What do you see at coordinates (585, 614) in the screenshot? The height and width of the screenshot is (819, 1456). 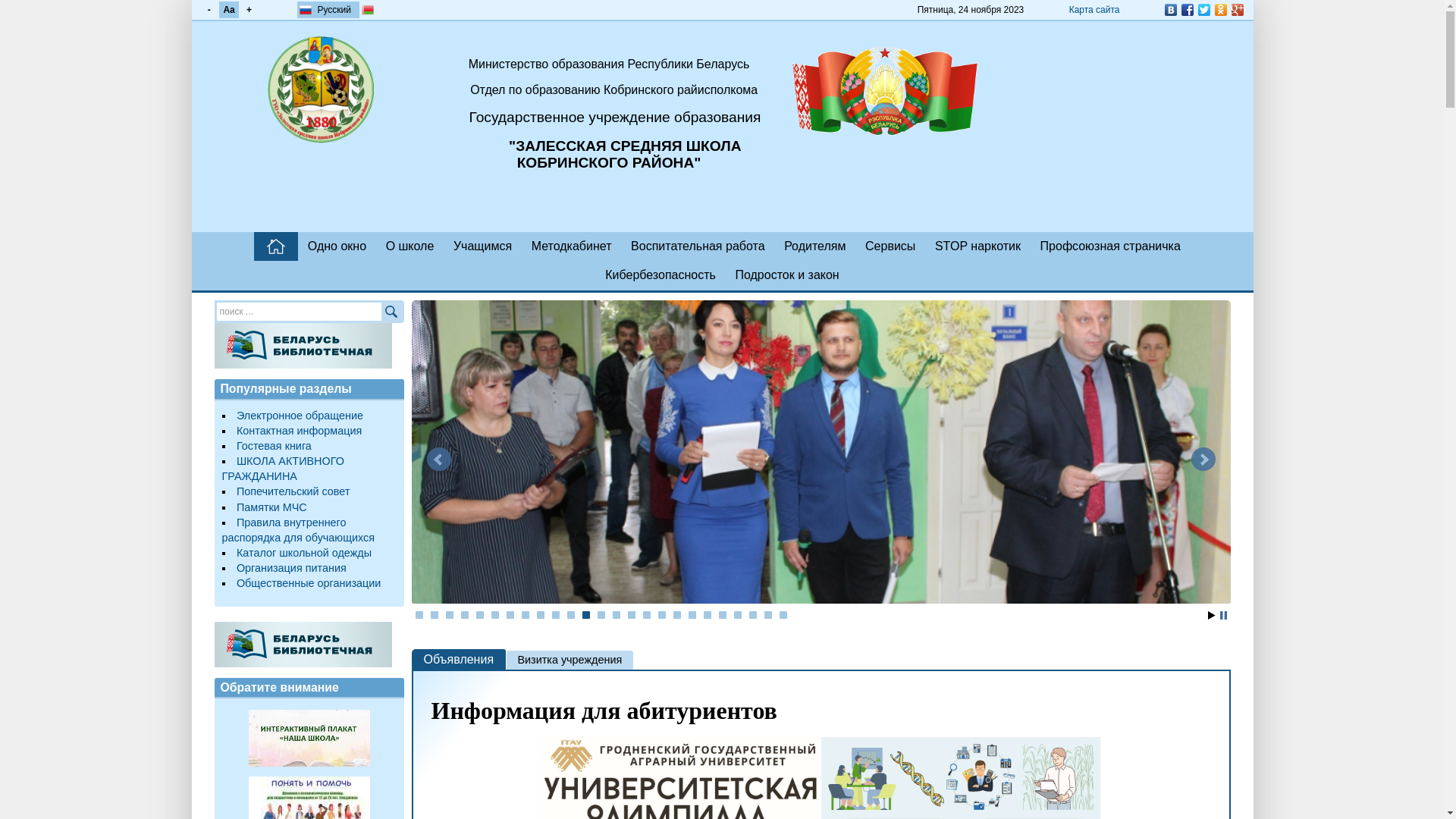 I see `'12'` at bounding box center [585, 614].